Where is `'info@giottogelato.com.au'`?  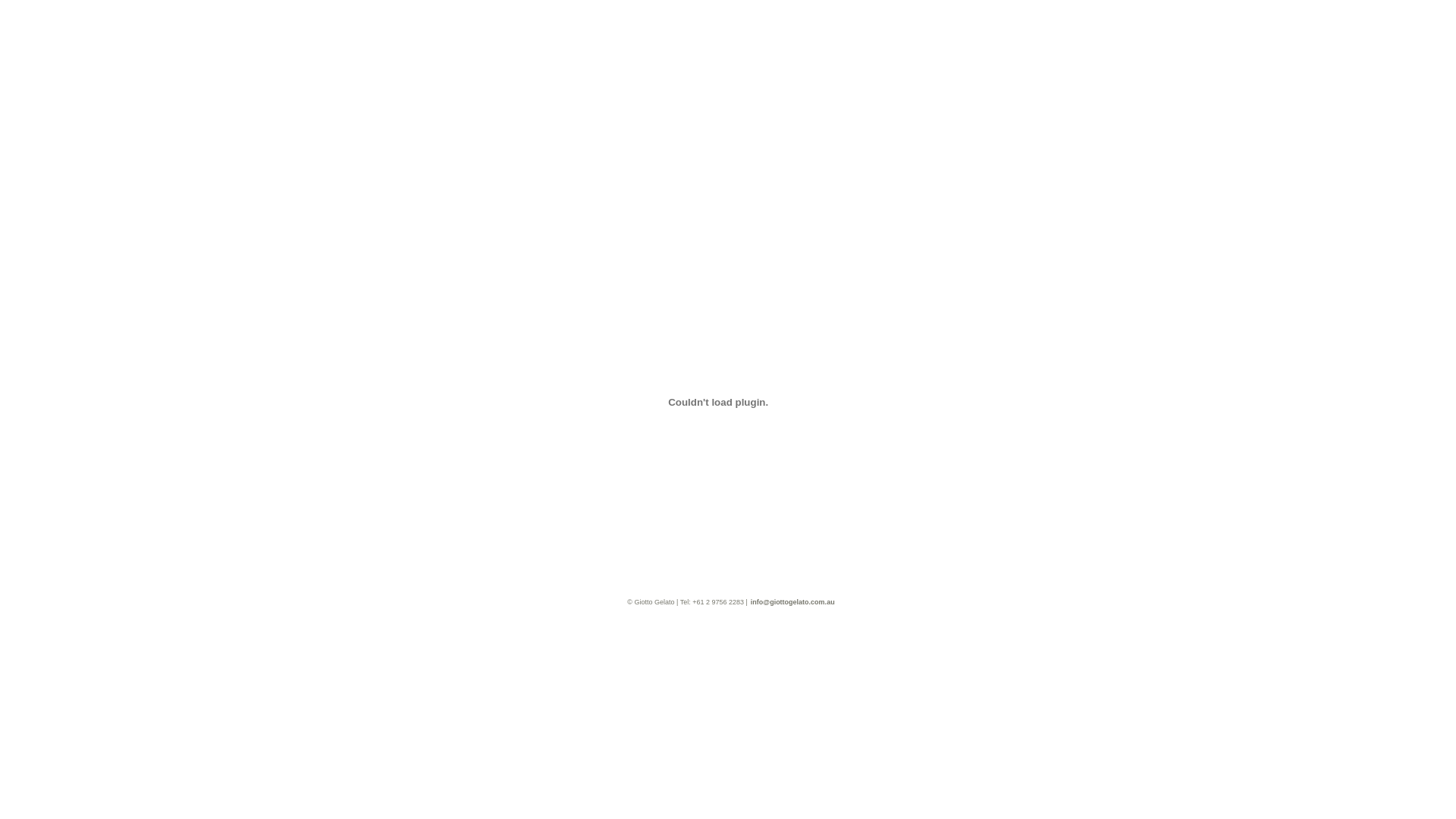 'info@giottogelato.com.au' is located at coordinates (792, 601).